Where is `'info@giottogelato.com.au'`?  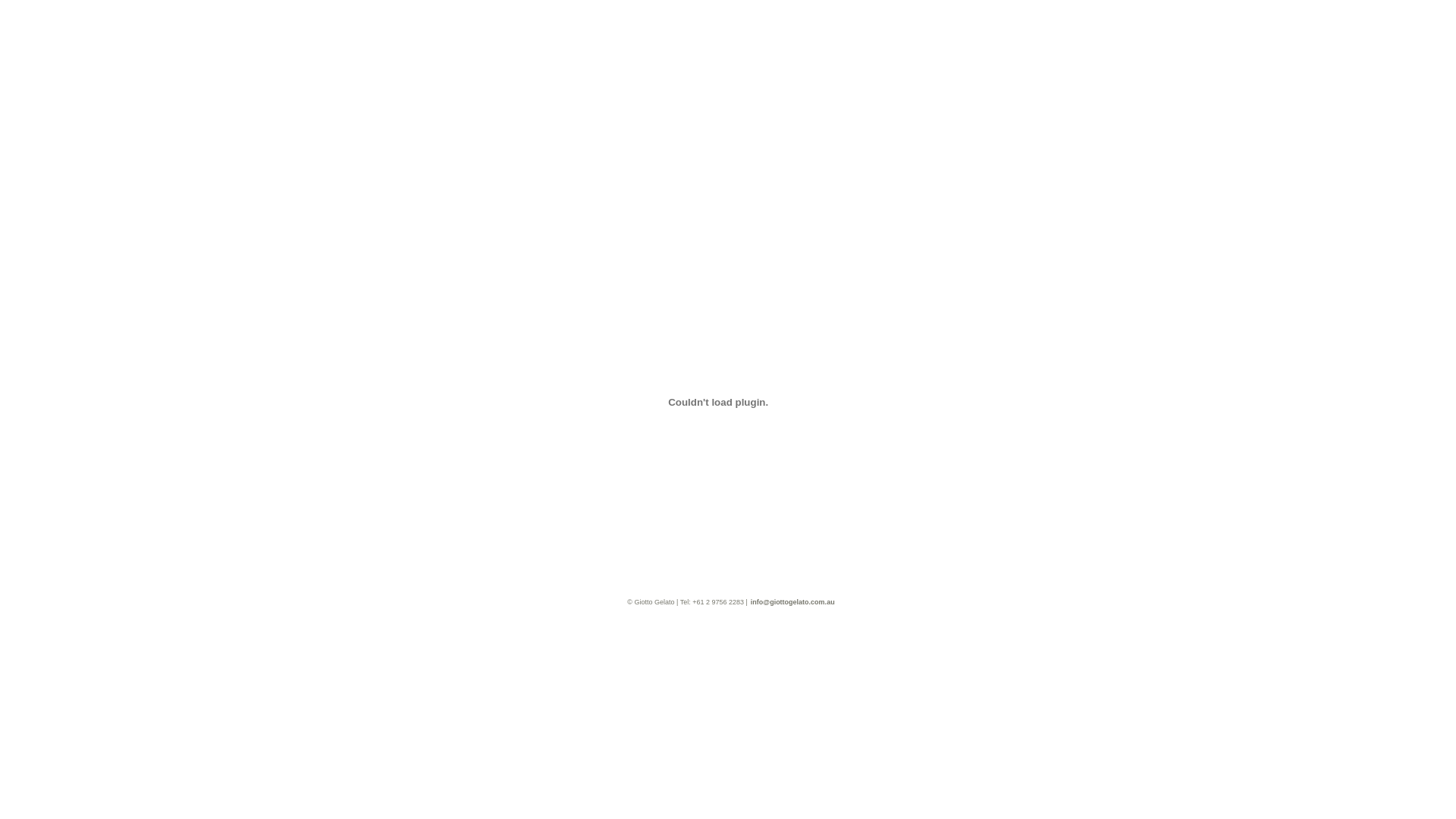 'info@giottogelato.com.au' is located at coordinates (792, 601).